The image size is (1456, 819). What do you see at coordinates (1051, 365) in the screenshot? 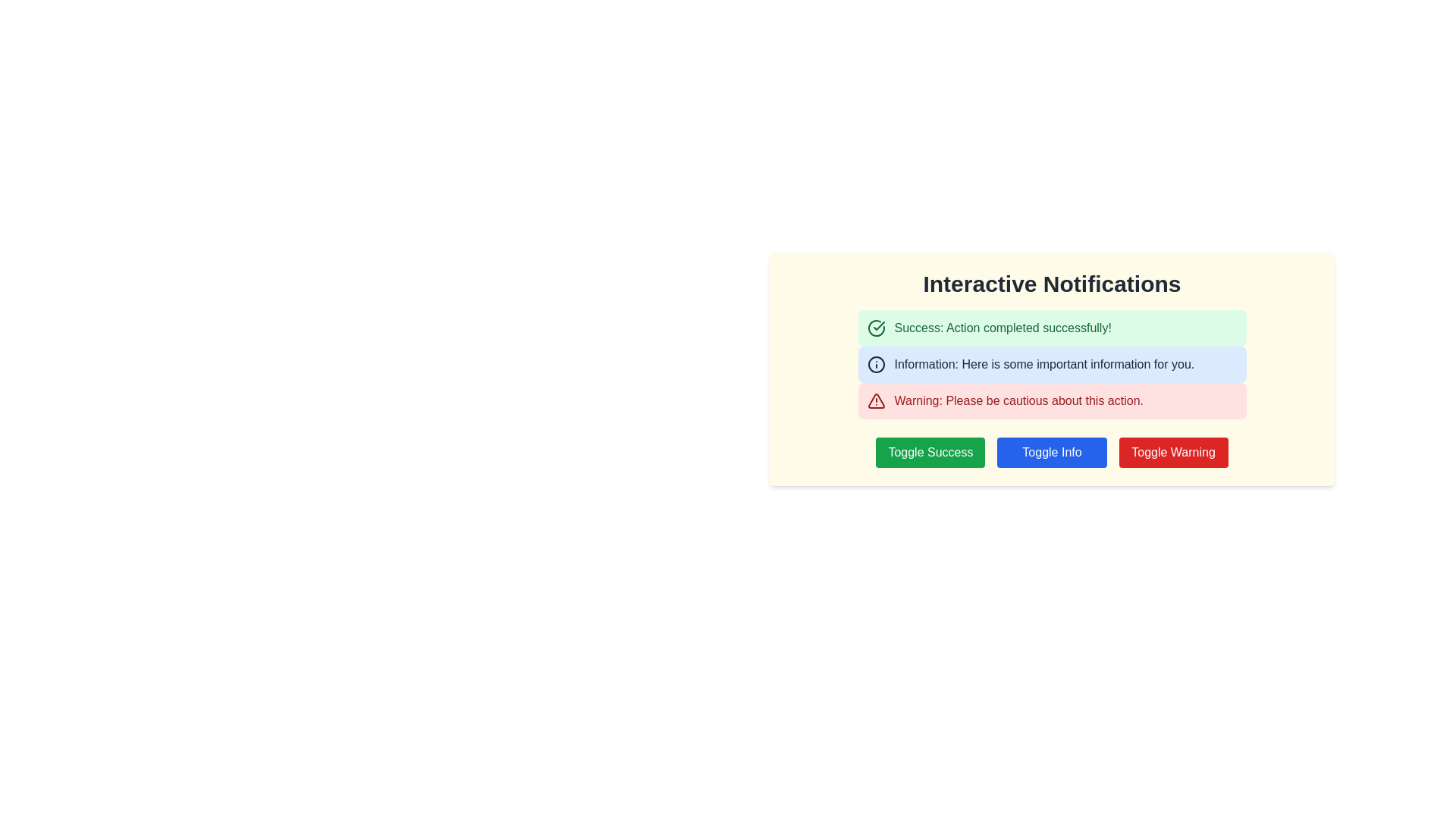
I see `the Information notification box, which has a light blue background and contains a message starting with 'Information:'` at bounding box center [1051, 365].